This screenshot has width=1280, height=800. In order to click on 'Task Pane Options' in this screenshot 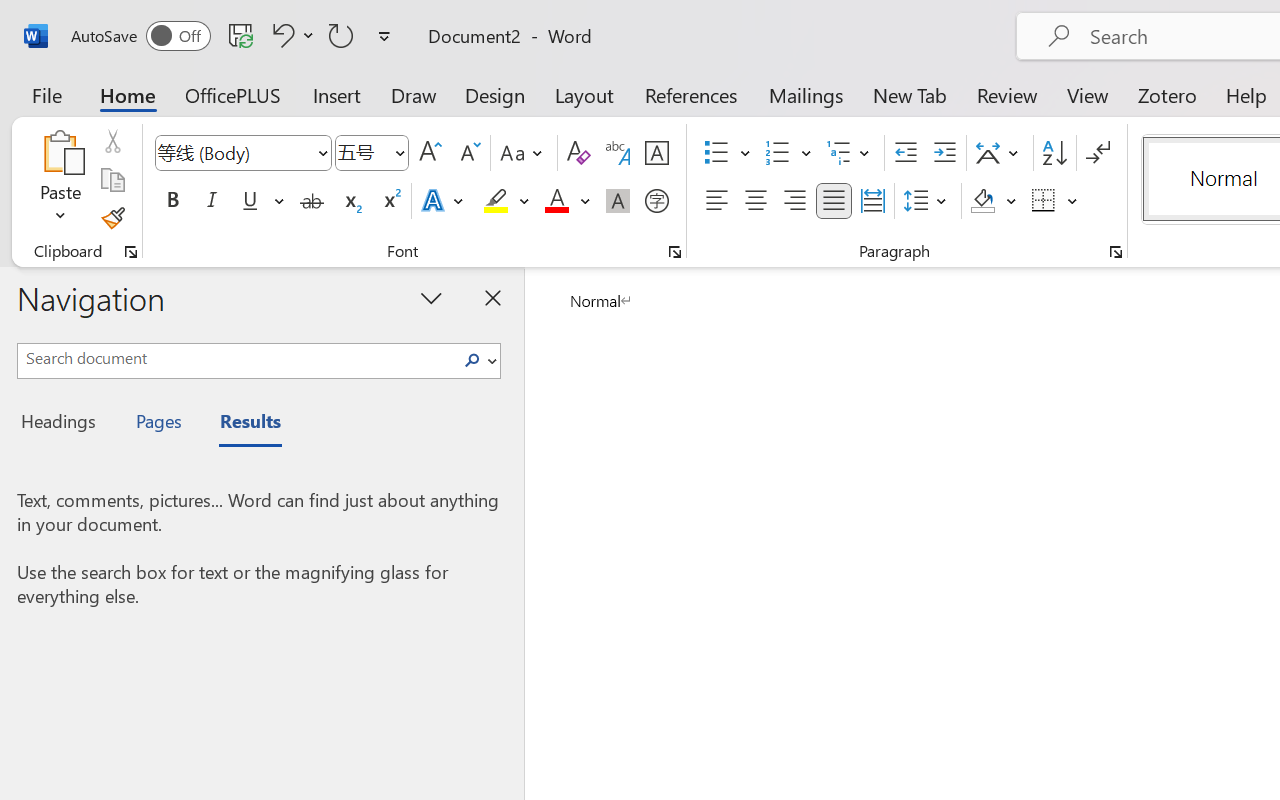, I will do `click(431, 297)`.